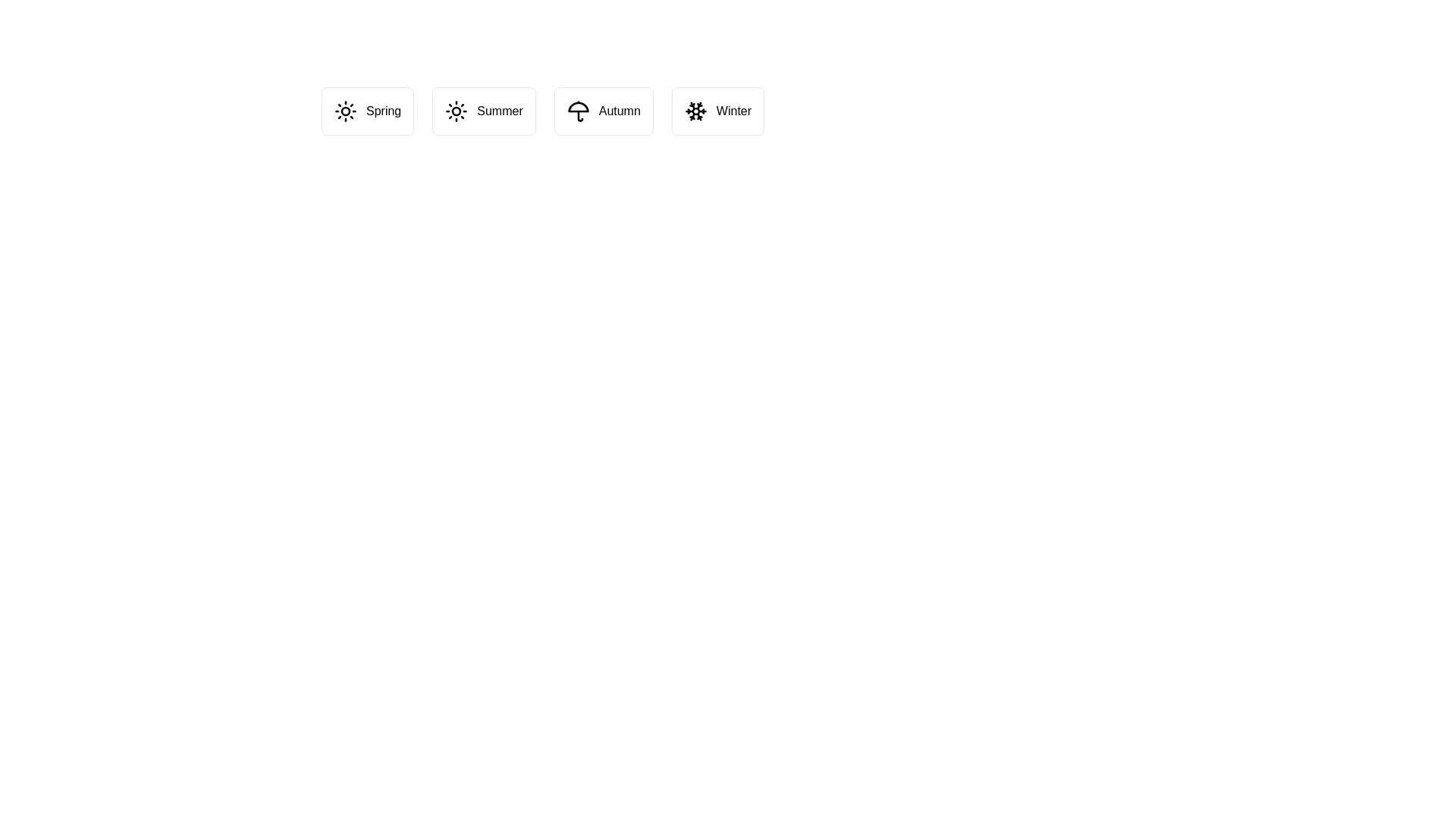 This screenshot has height=819, width=1456. I want to click on the upper semi-circular part of the umbrella icon within the button labeled 'Autumn', which is the third button in a row of four seasonal buttons, so click(577, 106).